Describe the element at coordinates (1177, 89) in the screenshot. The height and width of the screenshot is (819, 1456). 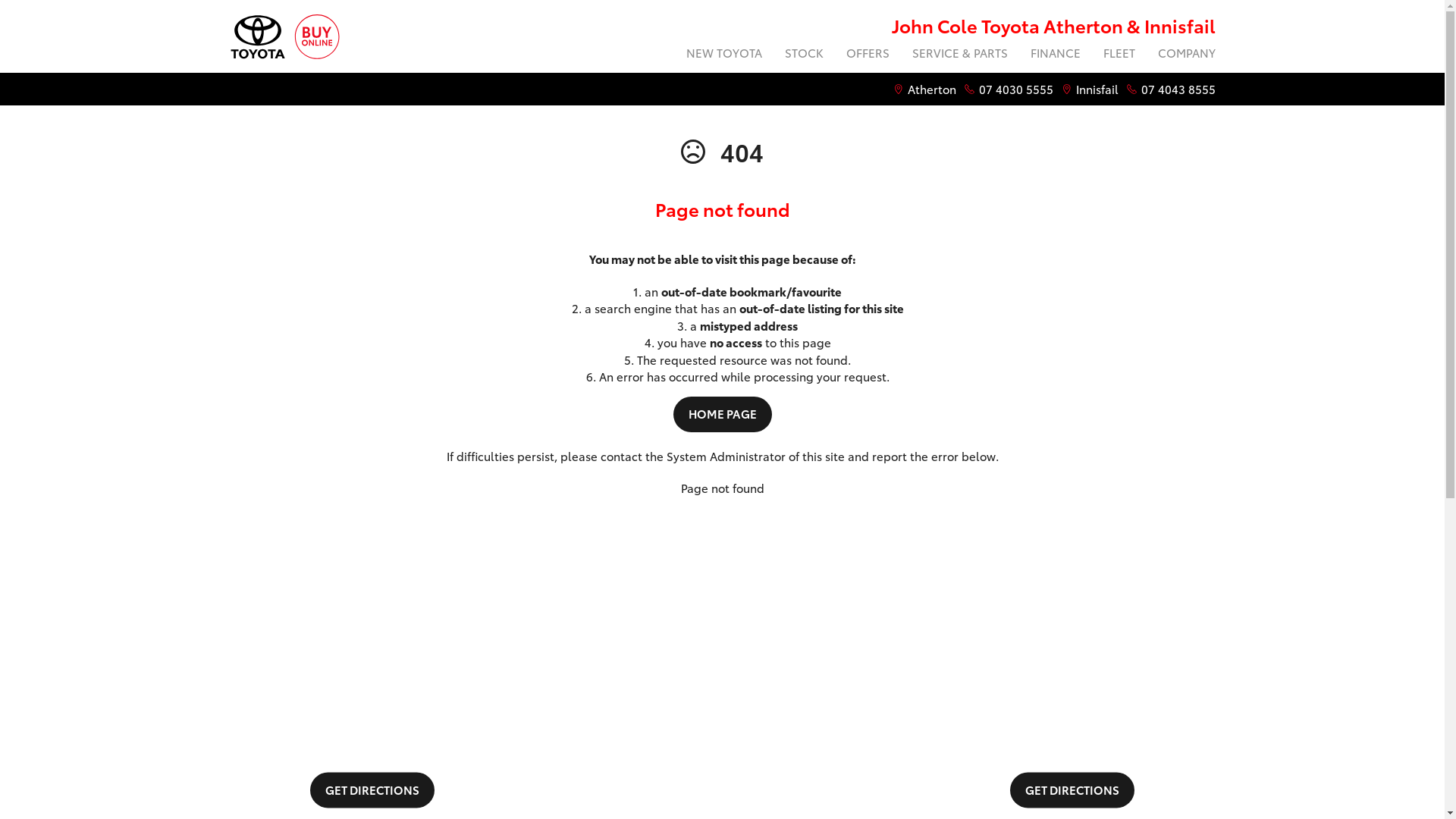
I see `'07 4043 8555'` at that location.